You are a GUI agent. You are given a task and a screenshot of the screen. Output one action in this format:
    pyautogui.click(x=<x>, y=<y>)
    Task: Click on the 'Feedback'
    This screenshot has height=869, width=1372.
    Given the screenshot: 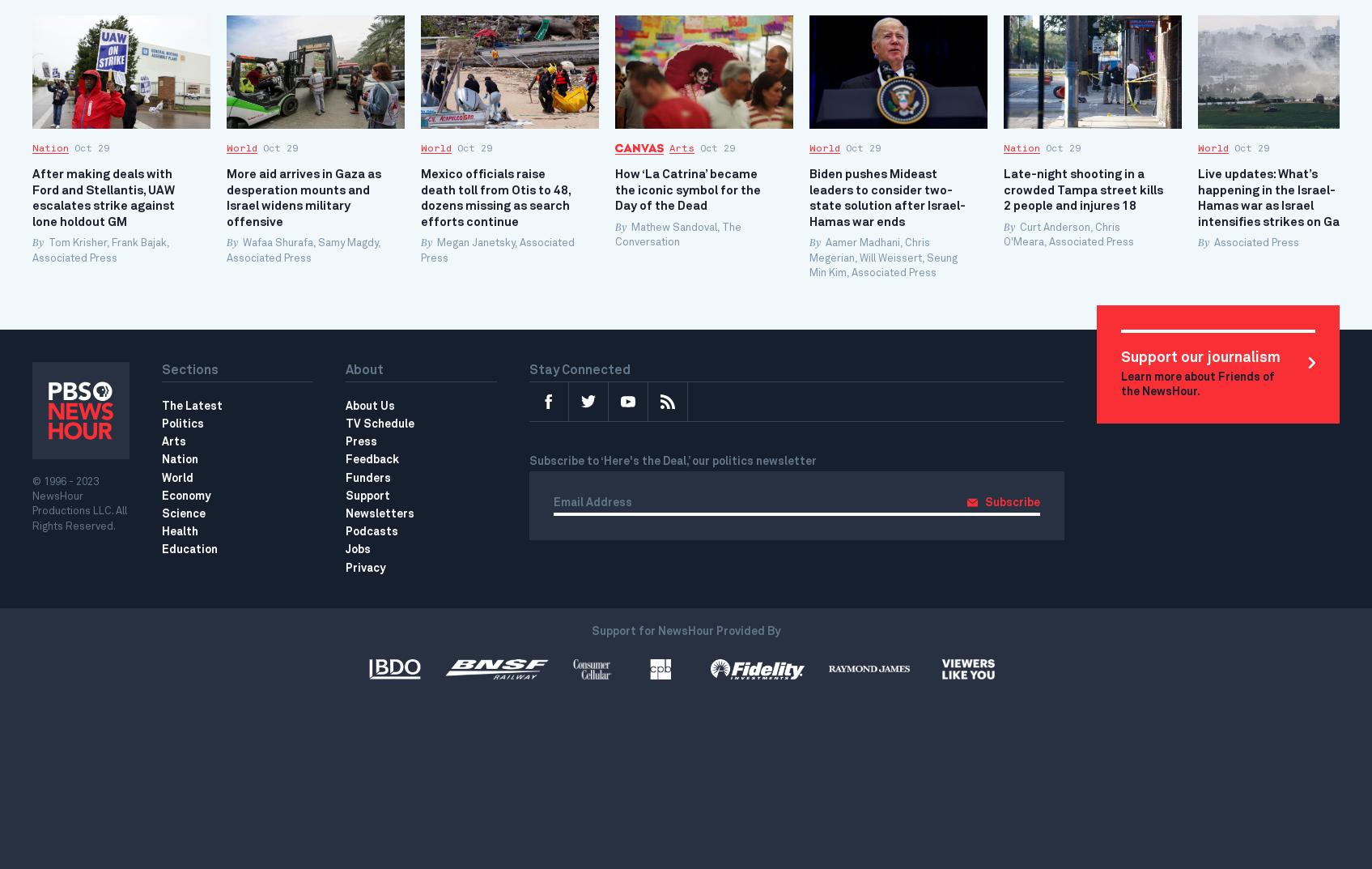 What is the action you would take?
    pyautogui.click(x=371, y=460)
    